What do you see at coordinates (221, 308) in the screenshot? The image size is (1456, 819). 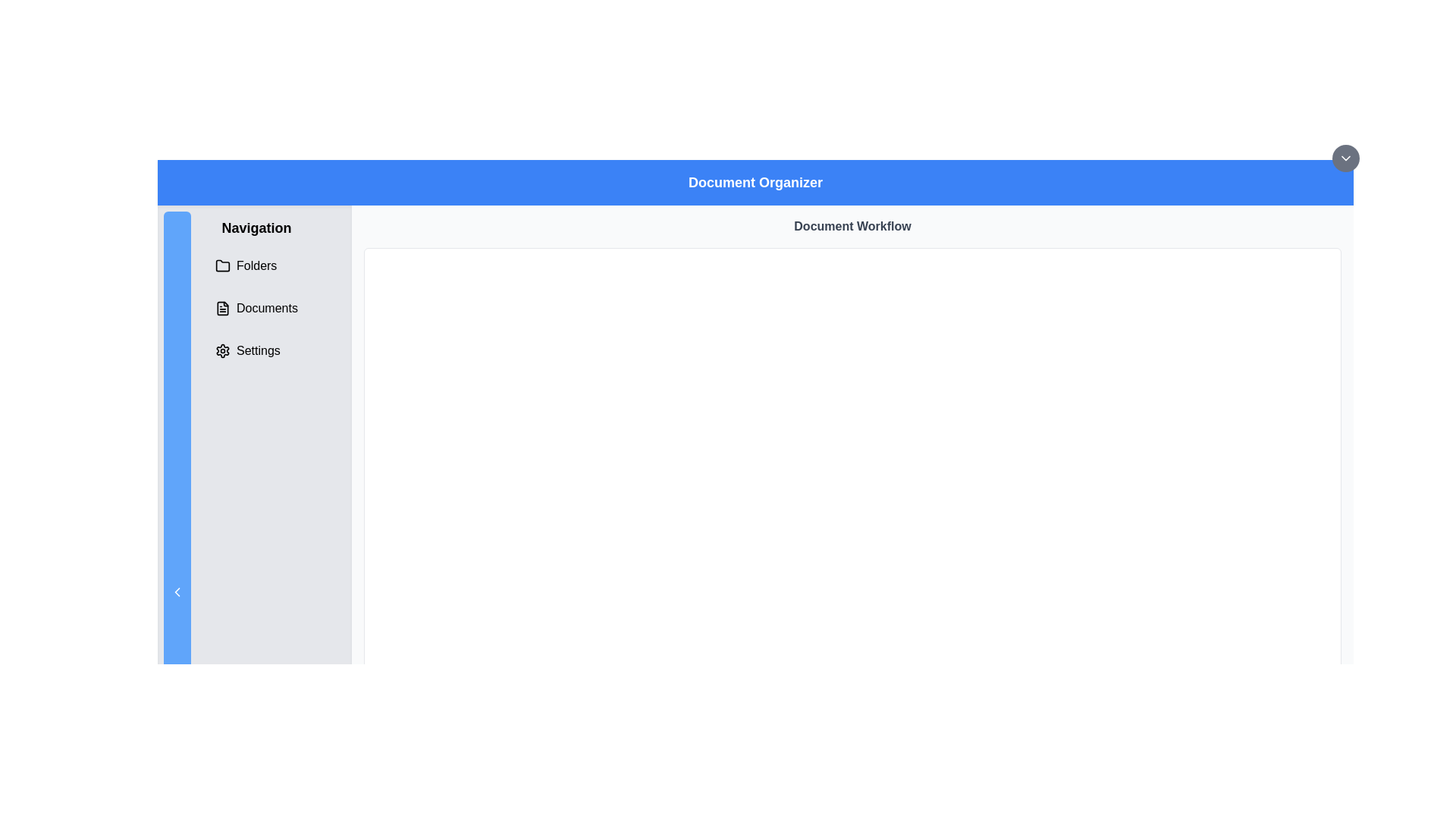 I see `the 'Documents' icon in the sidebar` at bounding box center [221, 308].